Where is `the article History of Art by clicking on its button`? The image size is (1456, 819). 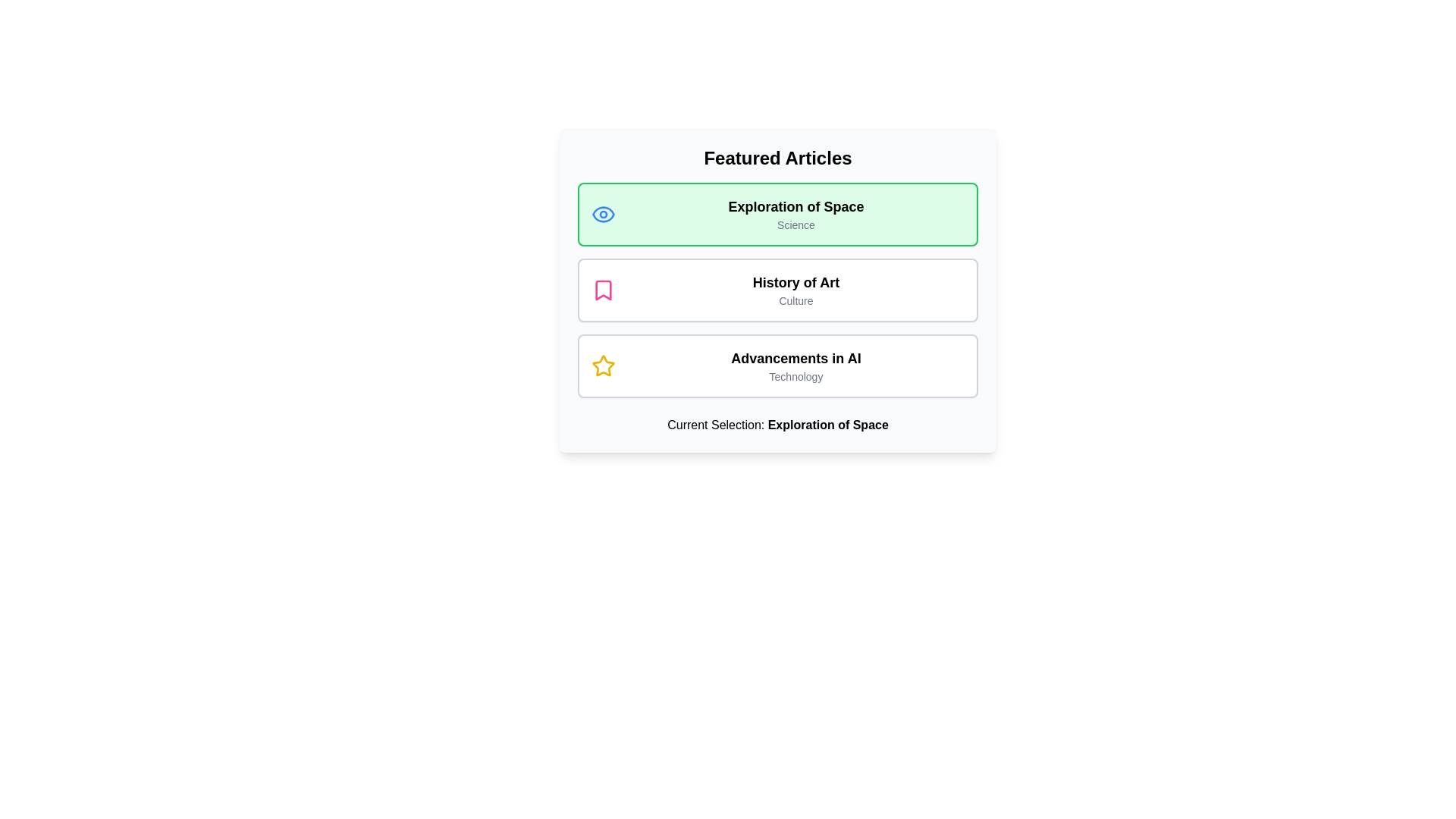 the article History of Art by clicking on its button is located at coordinates (778, 290).